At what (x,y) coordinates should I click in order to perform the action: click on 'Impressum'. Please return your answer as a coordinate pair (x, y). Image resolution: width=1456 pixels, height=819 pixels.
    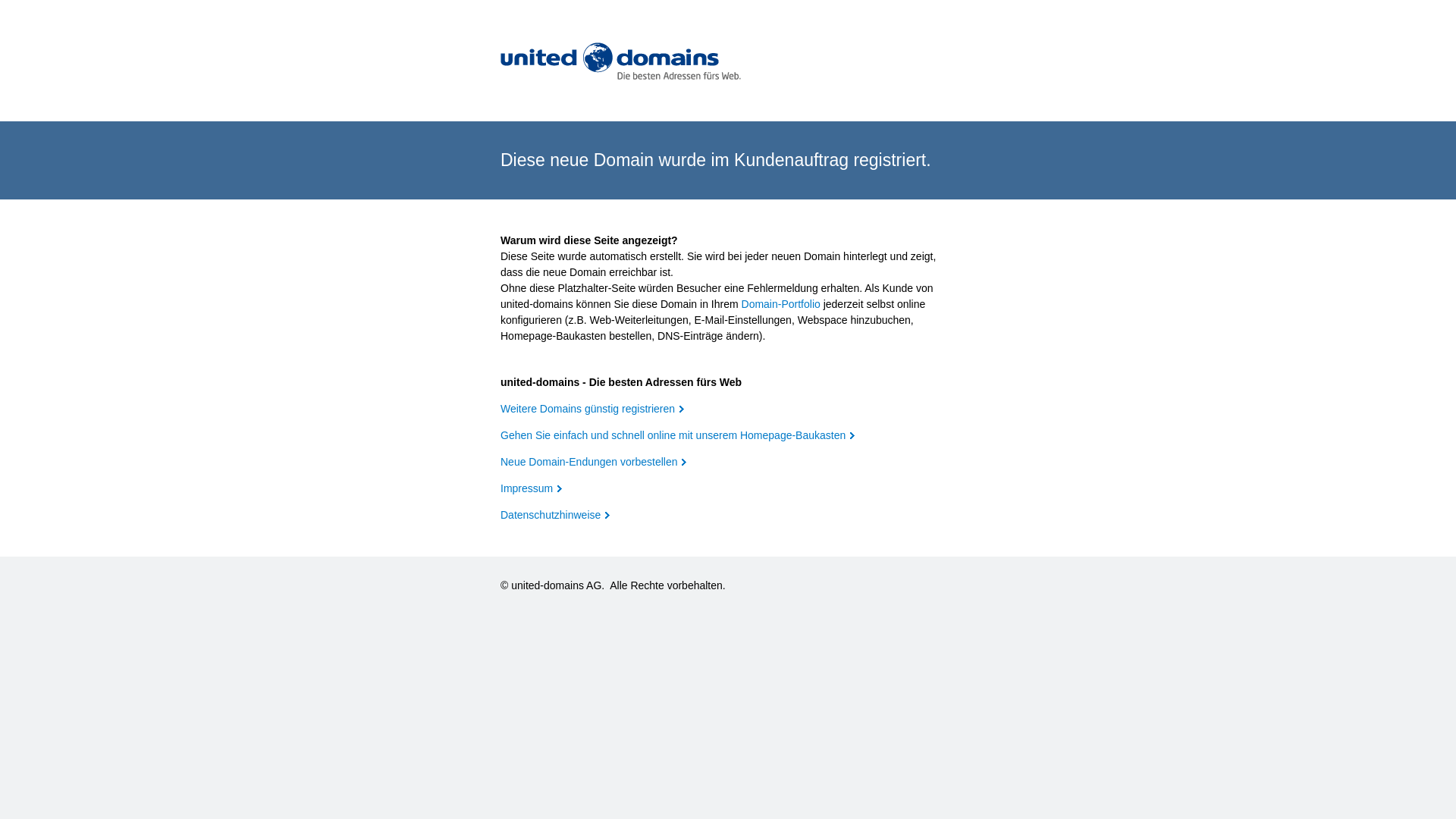
    Looking at the image, I should click on (500, 488).